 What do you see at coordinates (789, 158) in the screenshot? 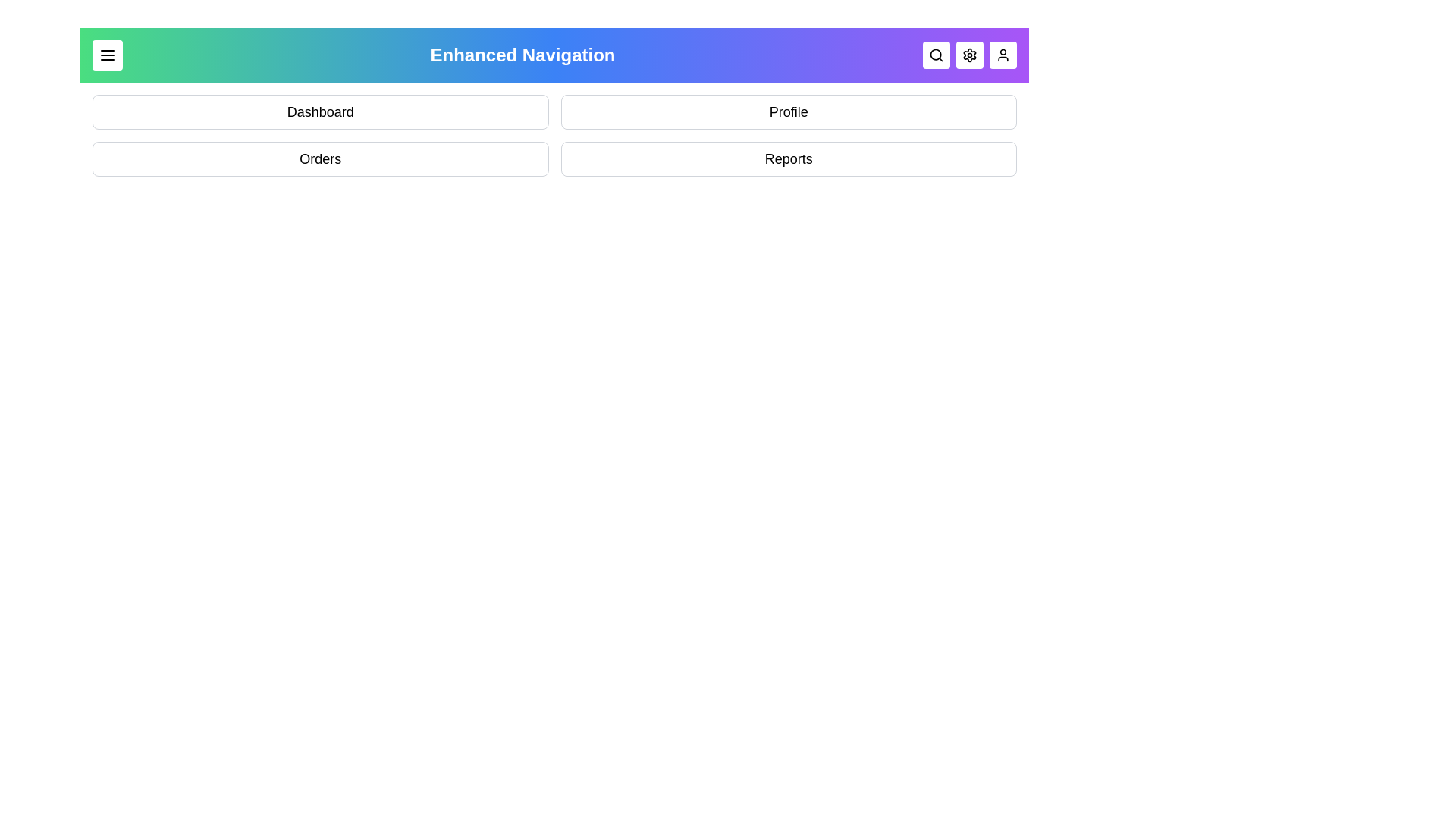
I see `the option Reports from the dropdown menu` at bounding box center [789, 158].